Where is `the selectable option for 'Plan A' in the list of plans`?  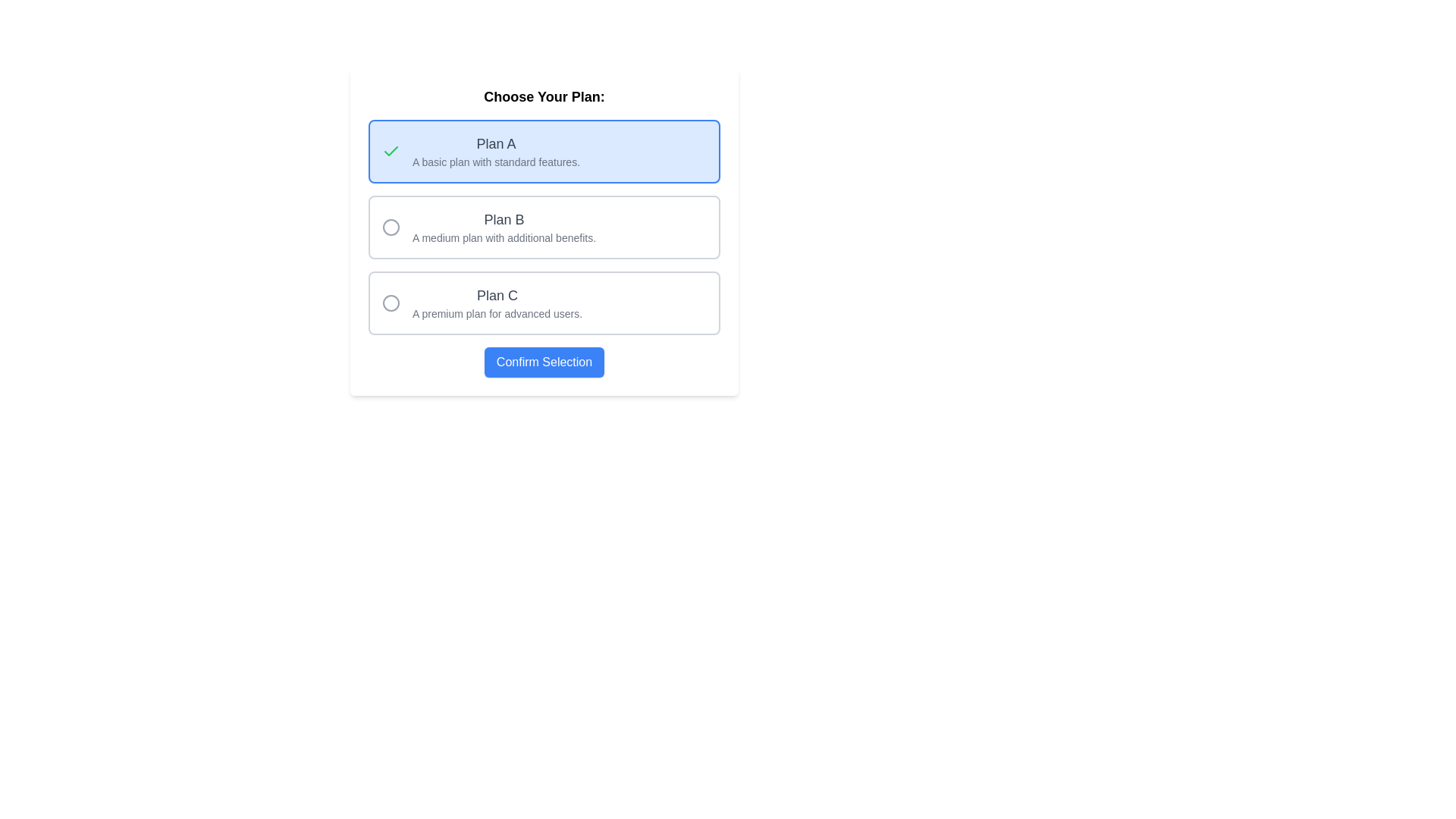
the selectable option for 'Plan A' in the list of plans is located at coordinates (496, 152).